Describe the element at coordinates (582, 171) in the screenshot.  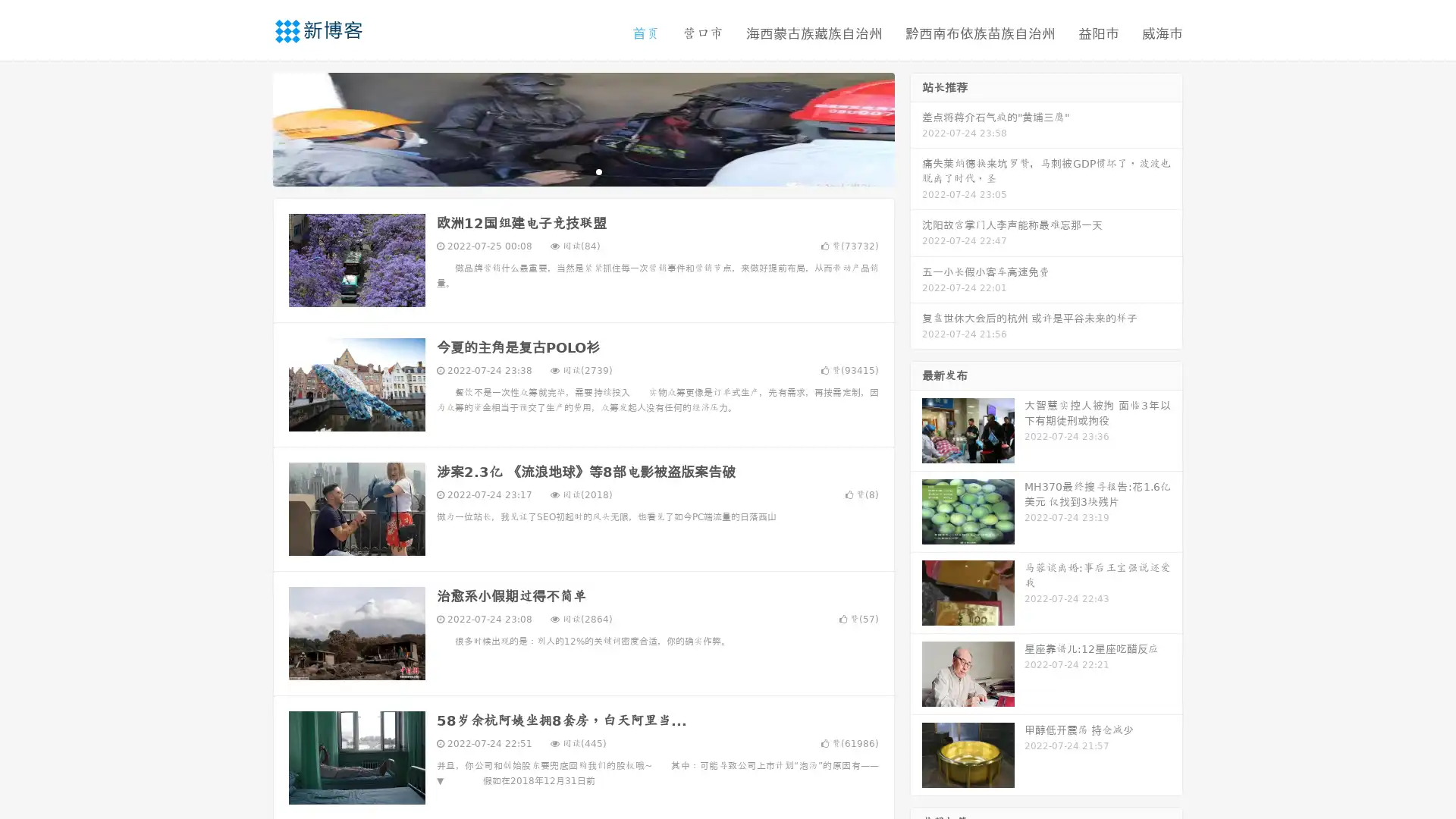
I see `Go to slide 2` at that location.